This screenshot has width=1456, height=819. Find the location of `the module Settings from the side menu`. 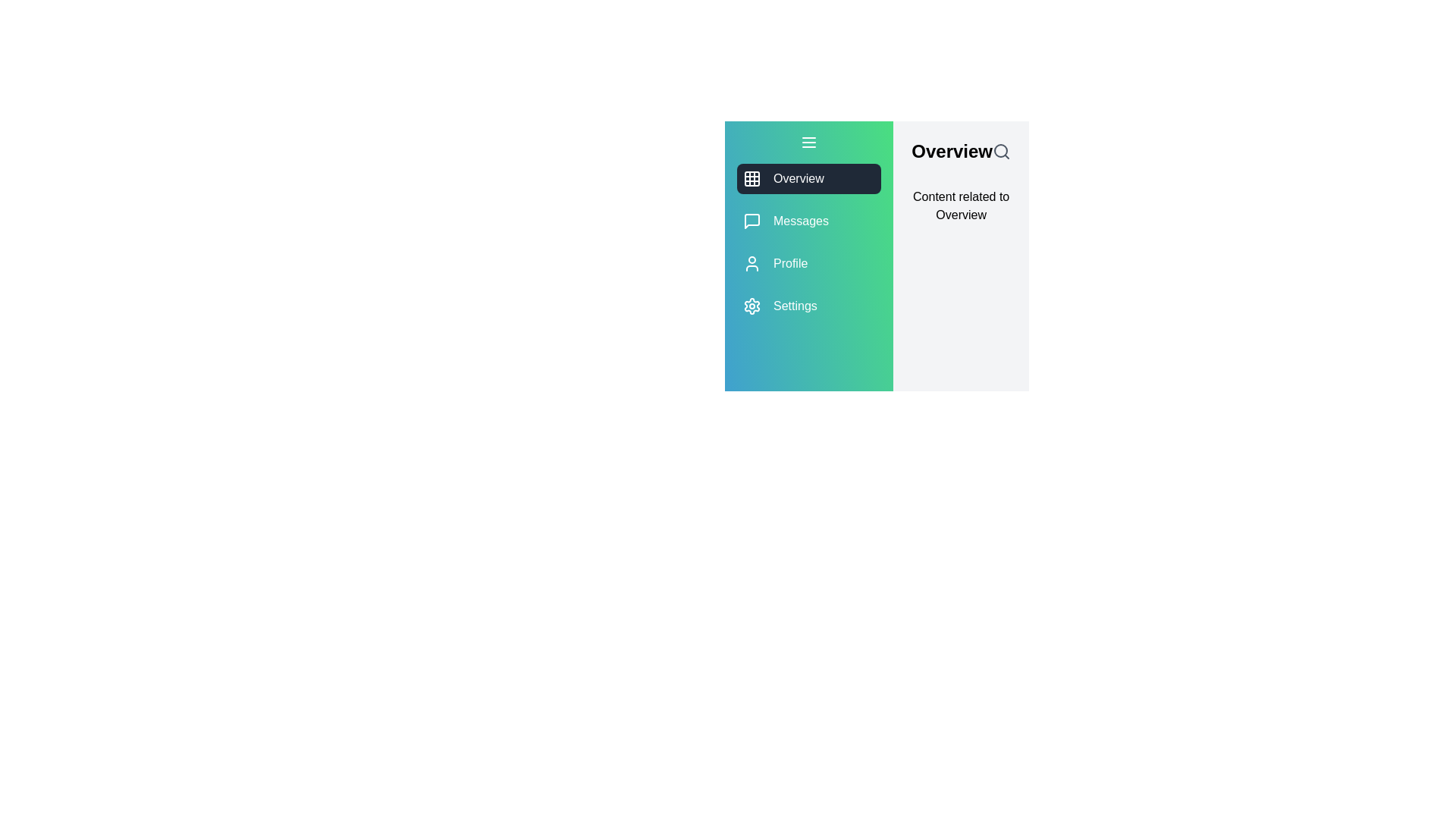

the module Settings from the side menu is located at coordinates (808, 306).